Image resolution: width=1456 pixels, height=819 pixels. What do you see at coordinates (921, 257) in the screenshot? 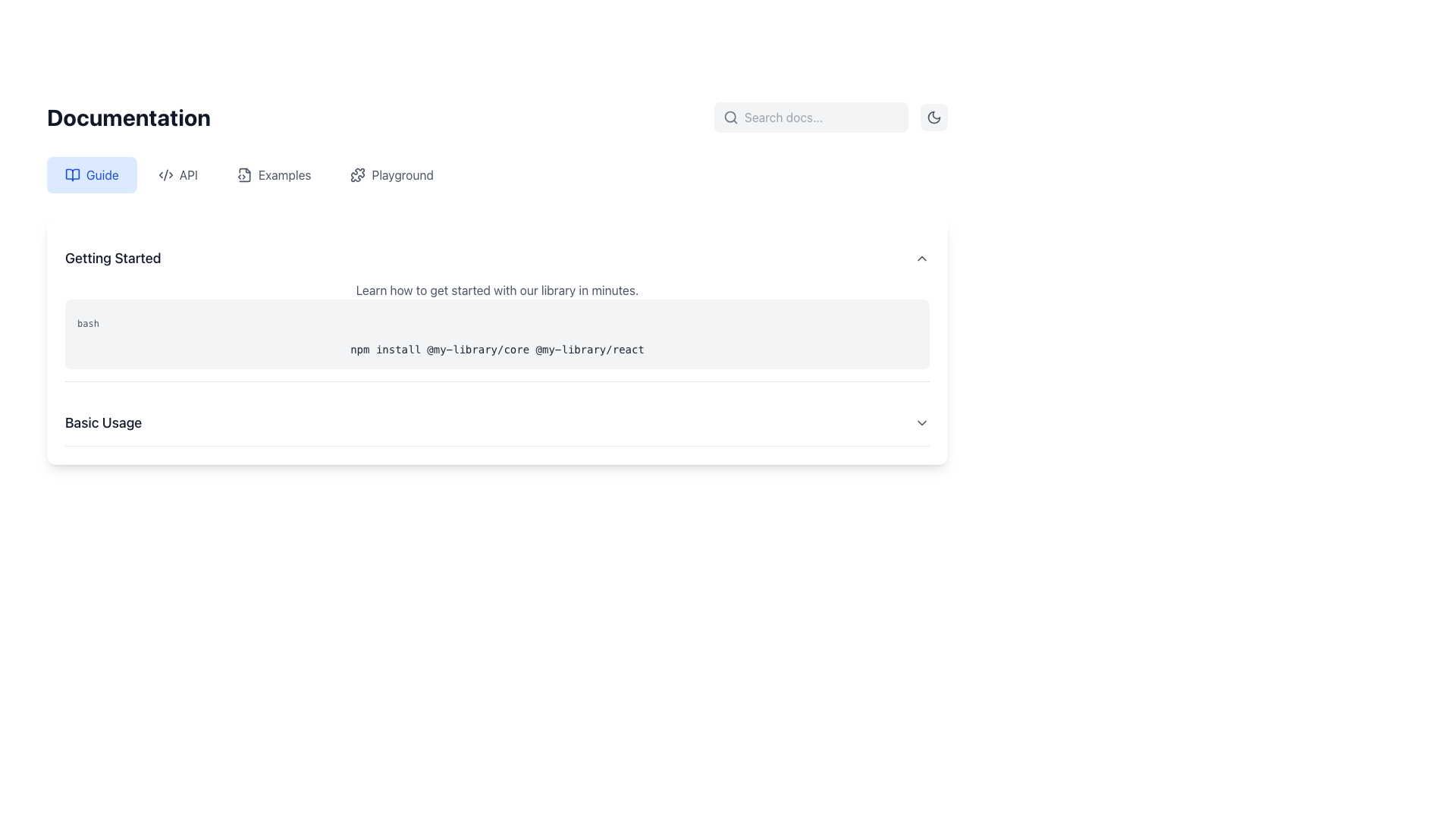
I see `the downward-facing chevron icon, which is styled with a thin gray outline and is located to the right of the 'Getting Started' text` at bounding box center [921, 257].